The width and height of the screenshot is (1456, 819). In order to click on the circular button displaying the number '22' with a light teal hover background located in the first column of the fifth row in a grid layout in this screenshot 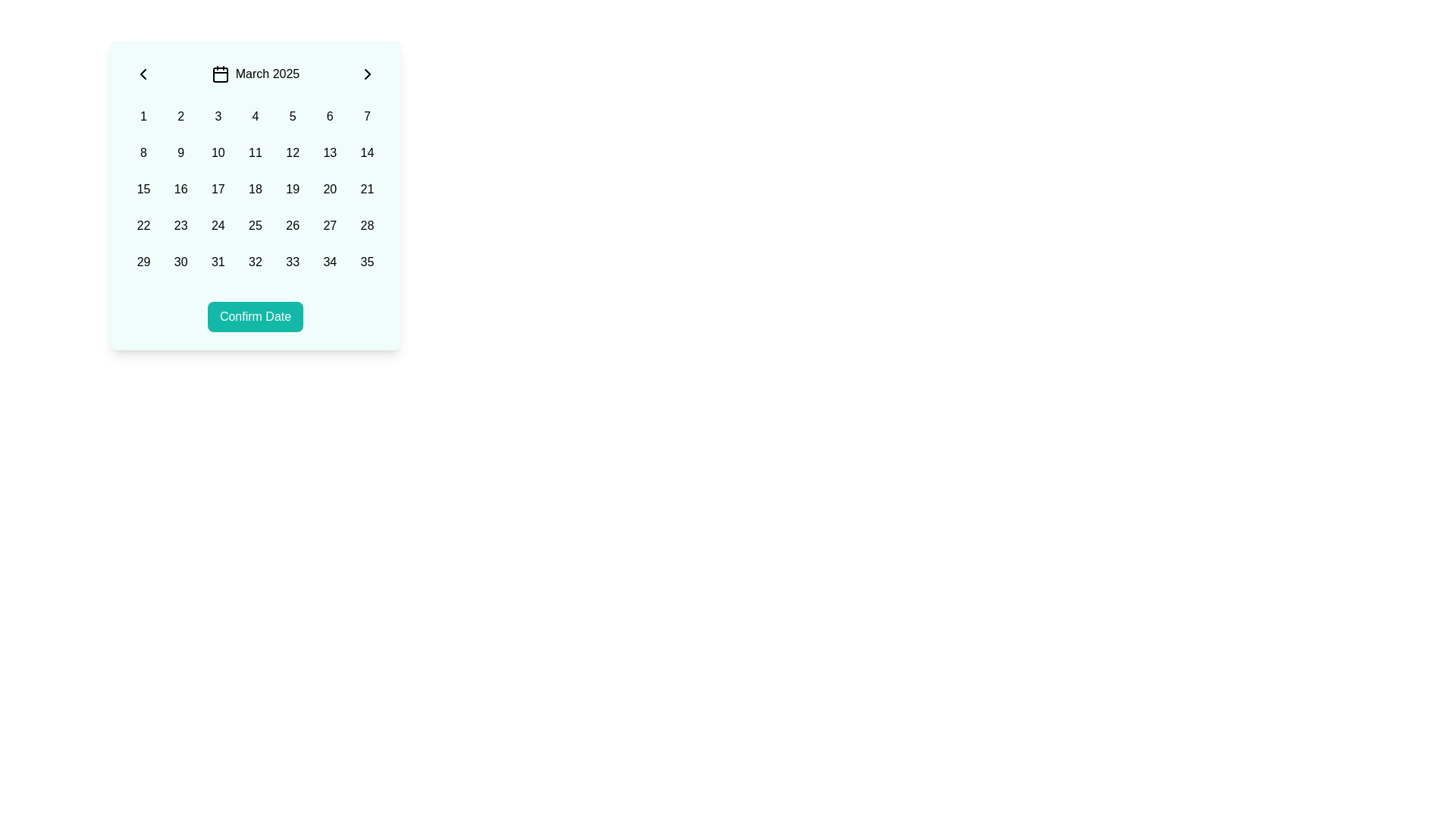, I will do `click(143, 225)`.